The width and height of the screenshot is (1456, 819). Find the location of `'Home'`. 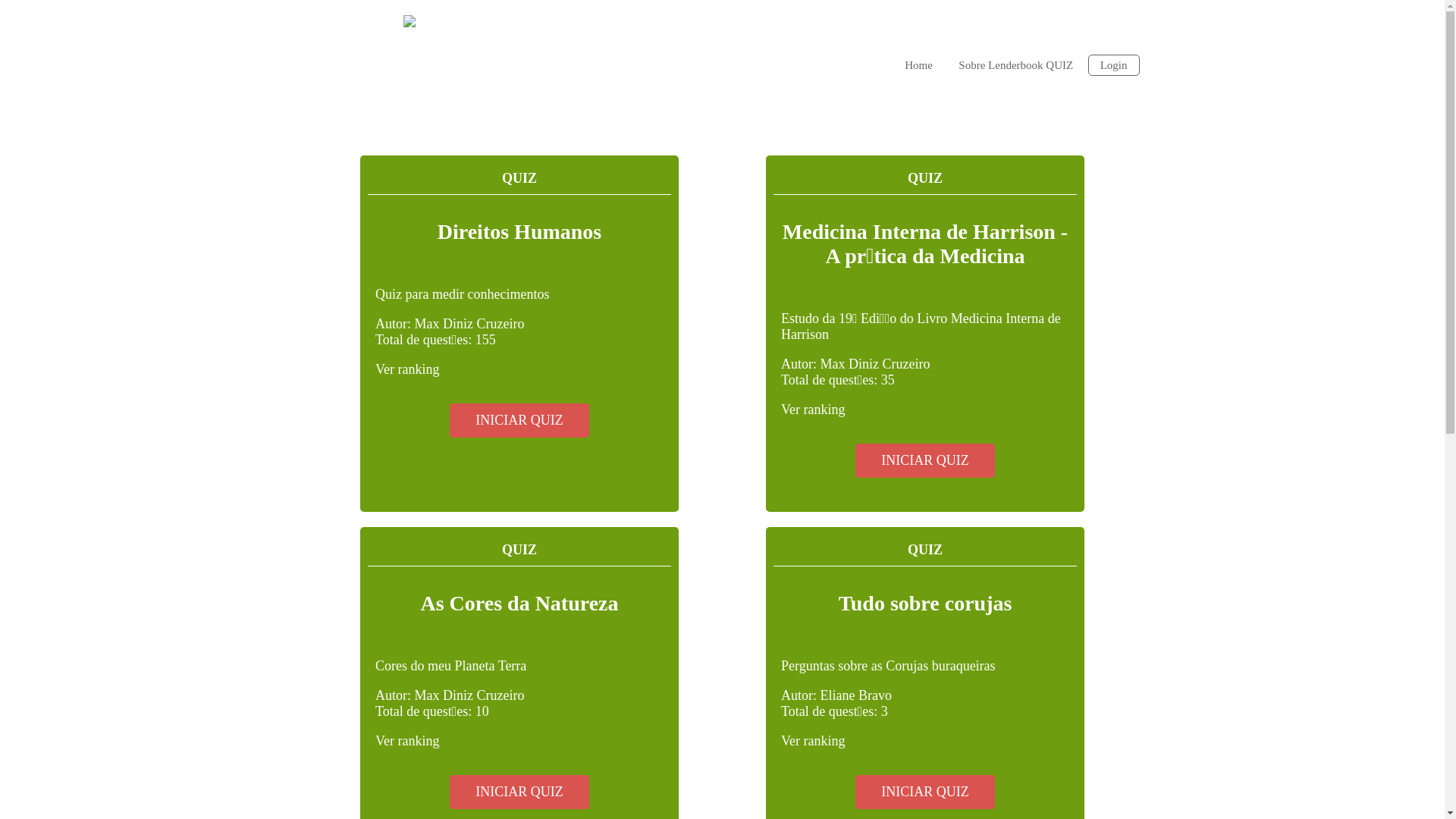

'Home' is located at coordinates (918, 63).